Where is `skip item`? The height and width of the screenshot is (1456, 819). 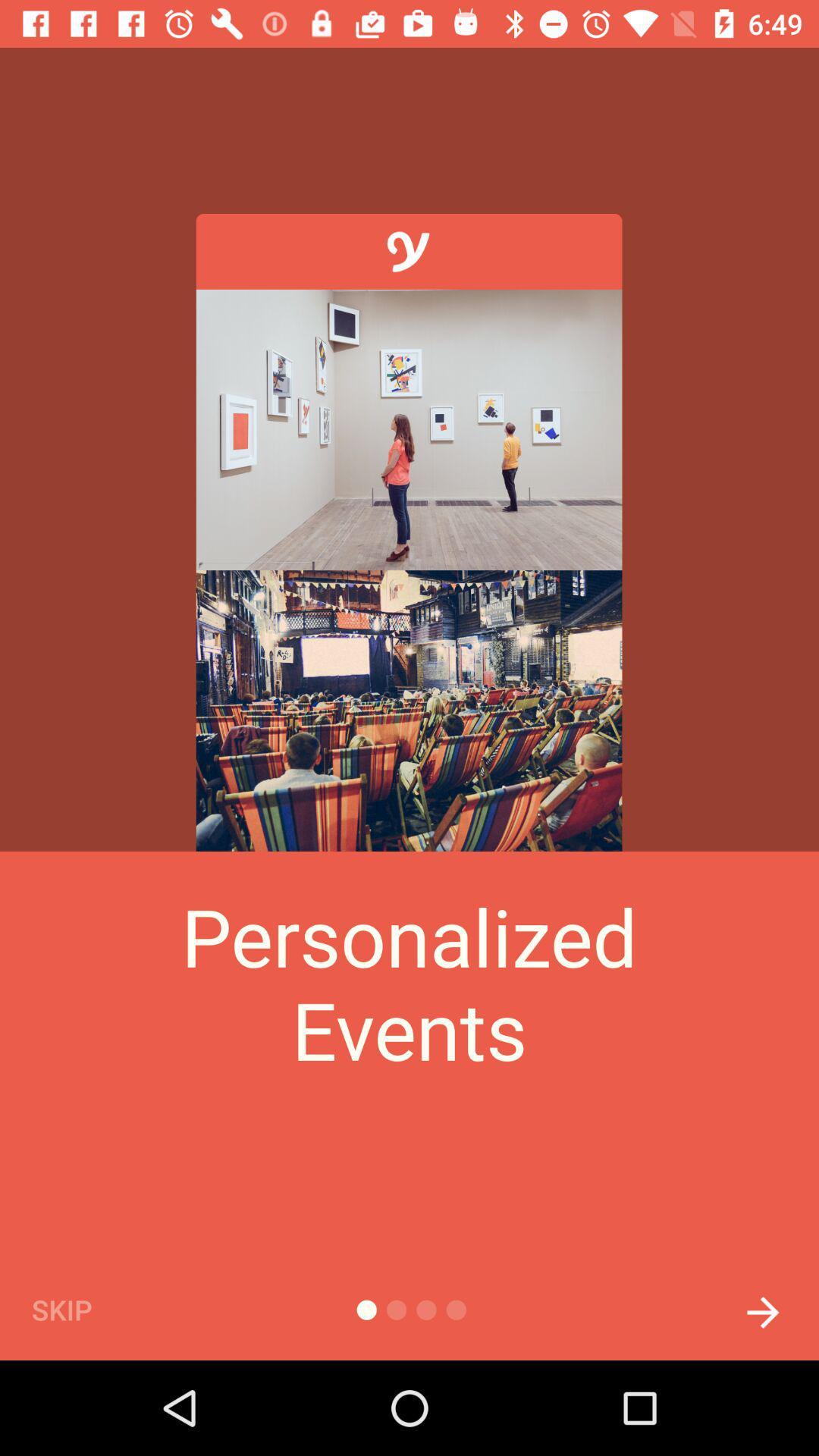
skip item is located at coordinates (87, 1309).